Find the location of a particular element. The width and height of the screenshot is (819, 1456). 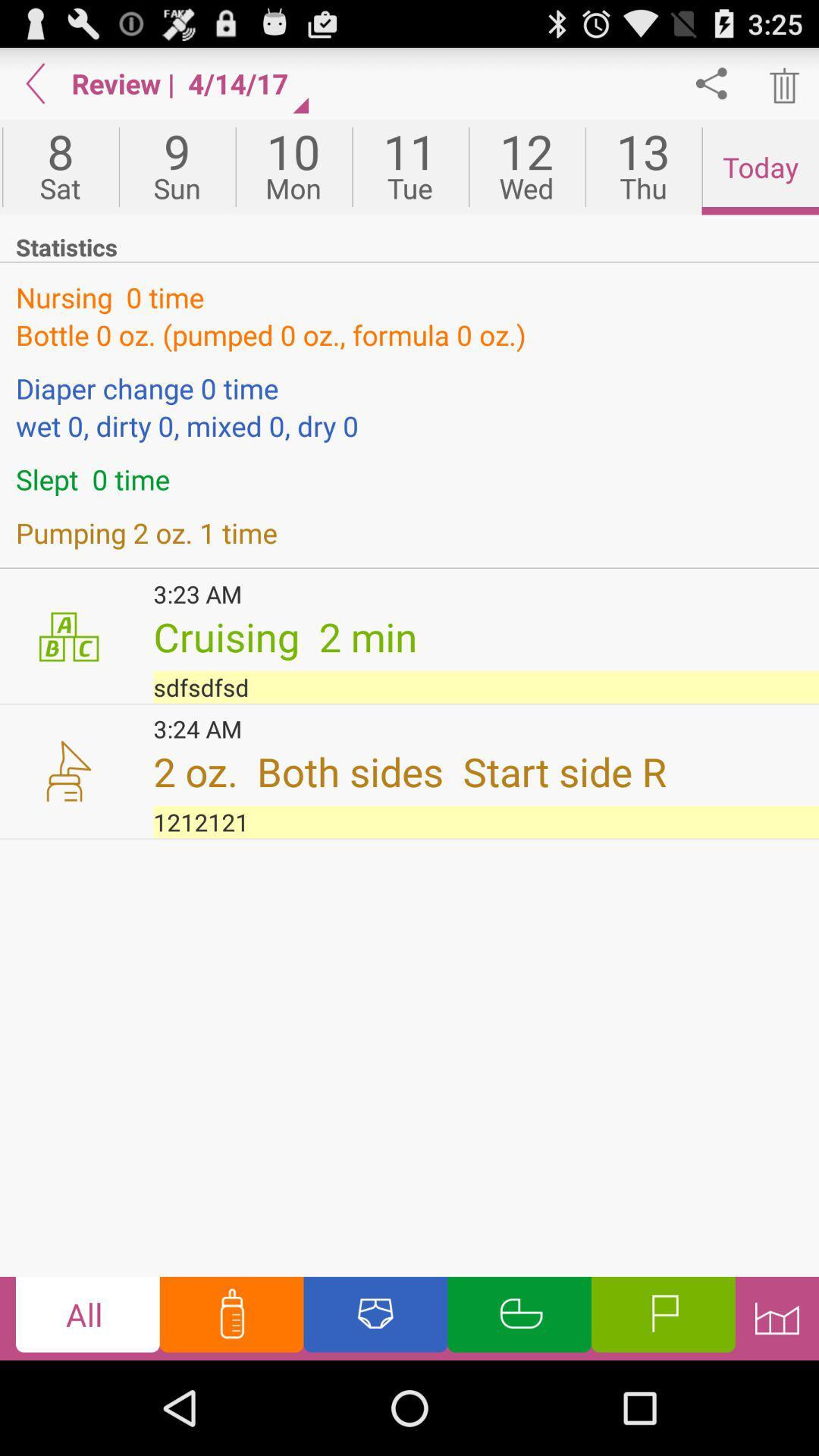

log sleep is located at coordinates (519, 1317).